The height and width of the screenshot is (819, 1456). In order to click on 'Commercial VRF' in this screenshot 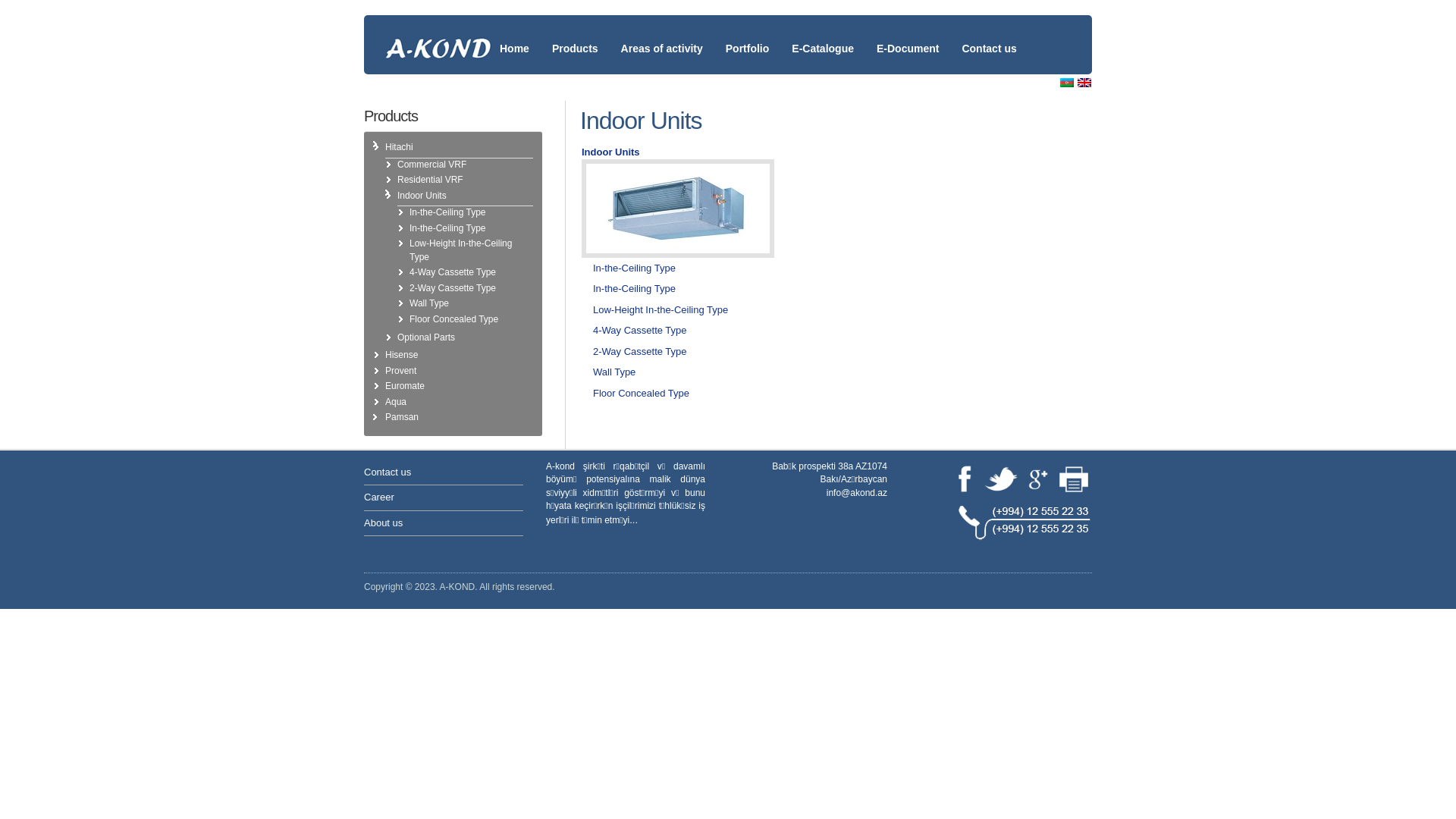, I will do `click(431, 164)`.